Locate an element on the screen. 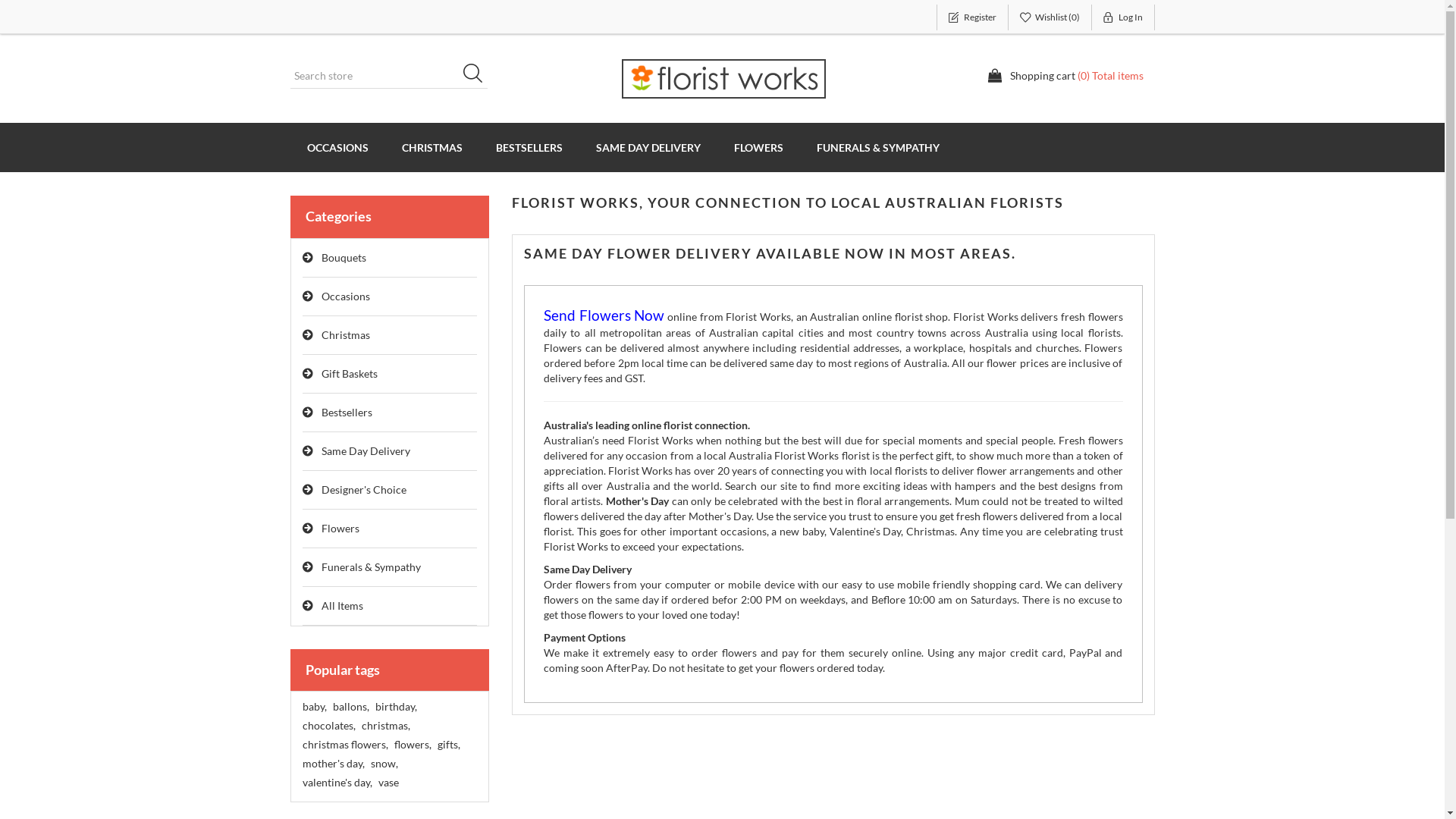 The height and width of the screenshot is (819, 1456). 'SAME DAY DELIVERY' is located at coordinates (578, 147).